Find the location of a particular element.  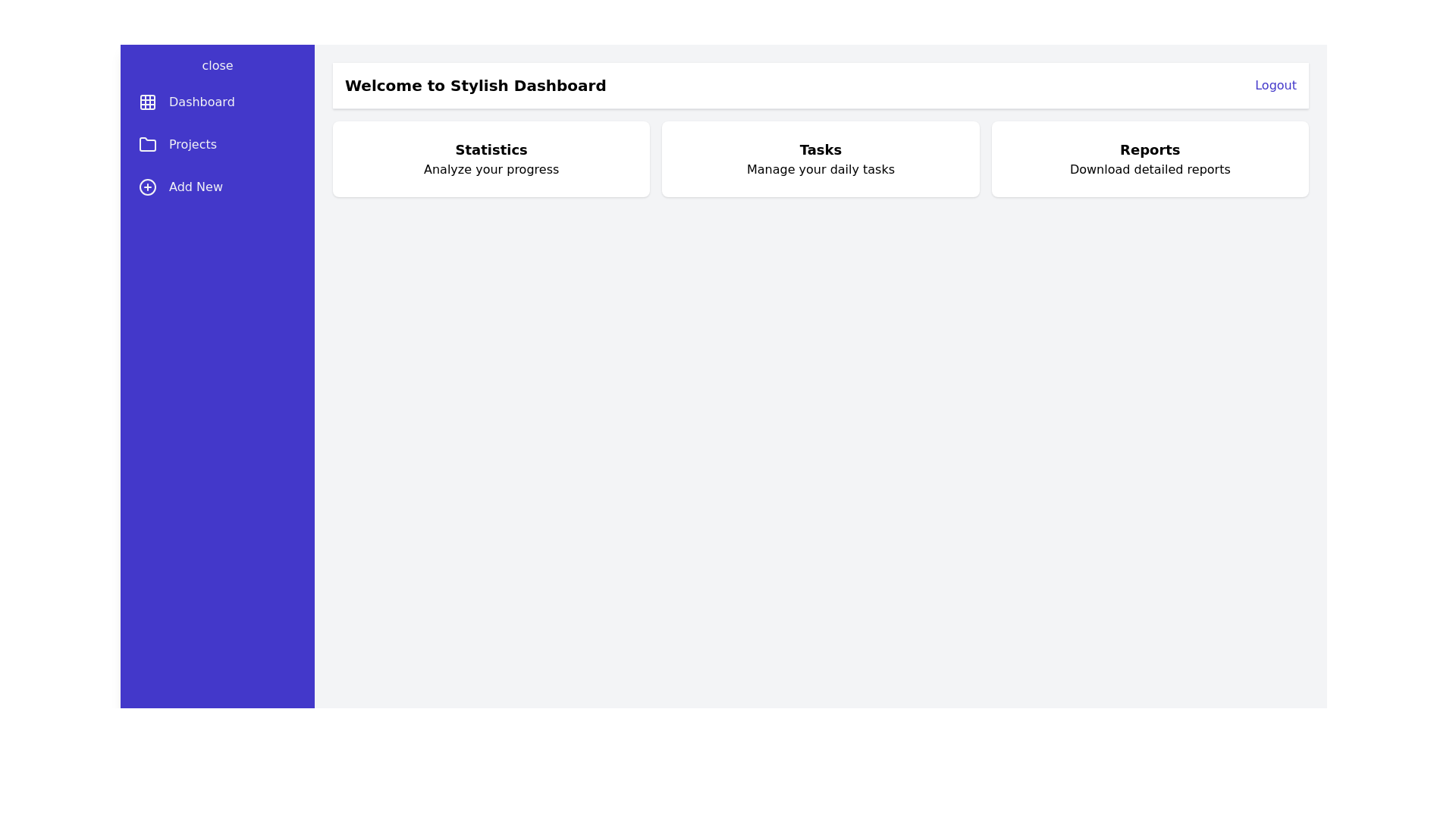

the Informative card or panel located in the first column of the grid layout for rearrangement is located at coordinates (491, 158).